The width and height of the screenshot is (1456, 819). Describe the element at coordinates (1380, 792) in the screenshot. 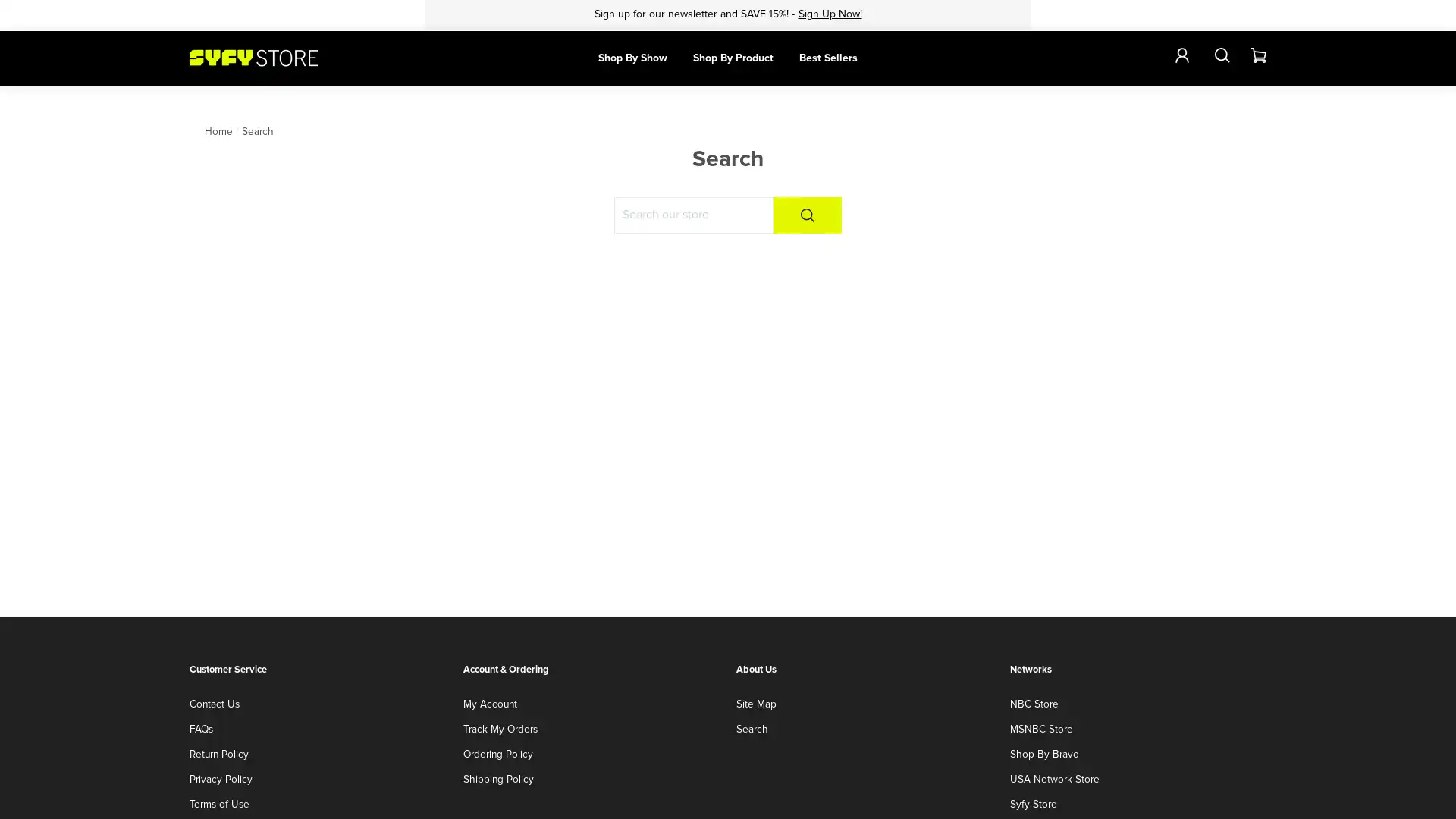

I see `Accept All` at that location.